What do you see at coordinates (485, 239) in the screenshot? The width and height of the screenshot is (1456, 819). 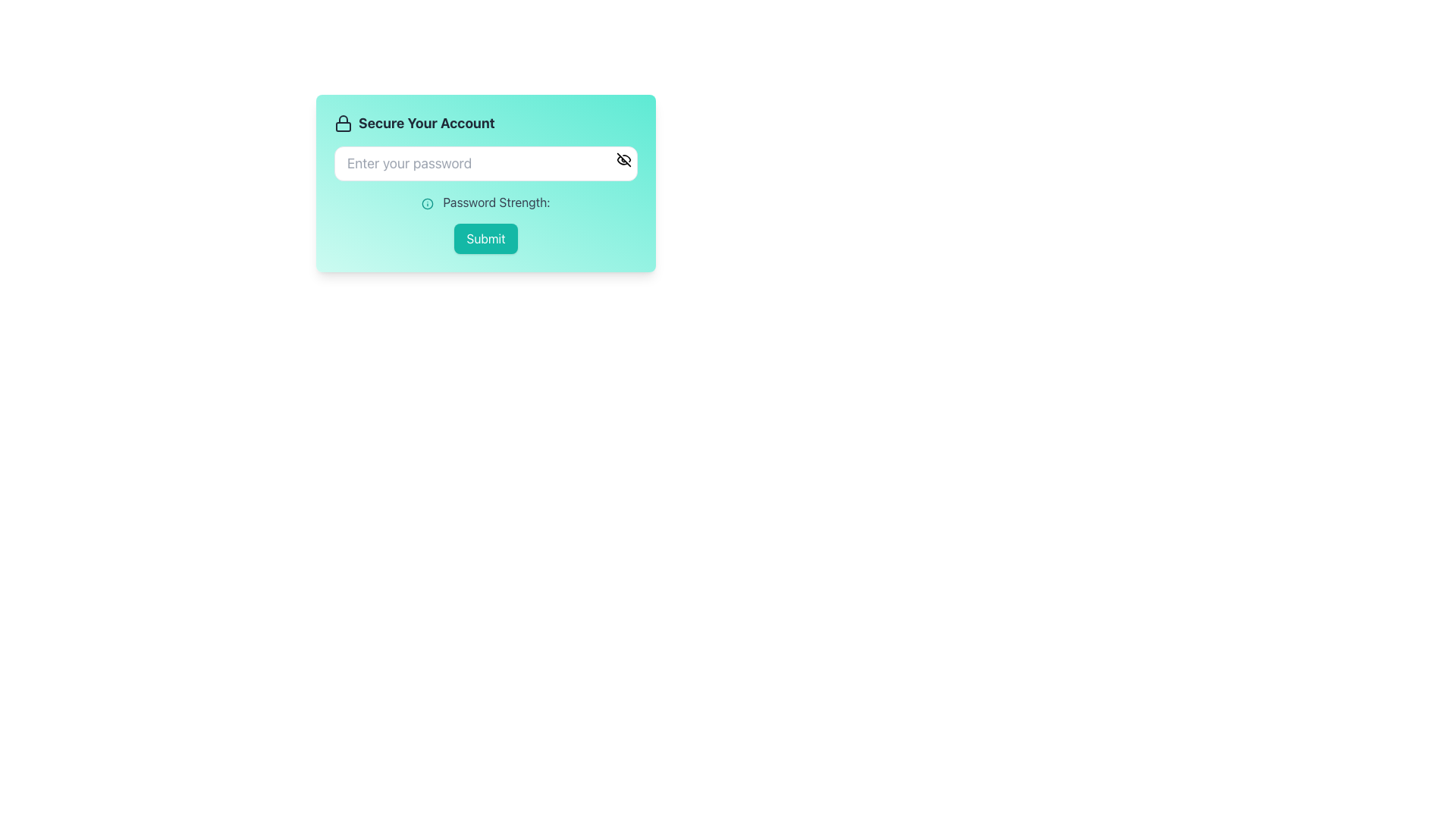 I see `the submit button located in the password management interface to change its background color` at bounding box center [485, 239].